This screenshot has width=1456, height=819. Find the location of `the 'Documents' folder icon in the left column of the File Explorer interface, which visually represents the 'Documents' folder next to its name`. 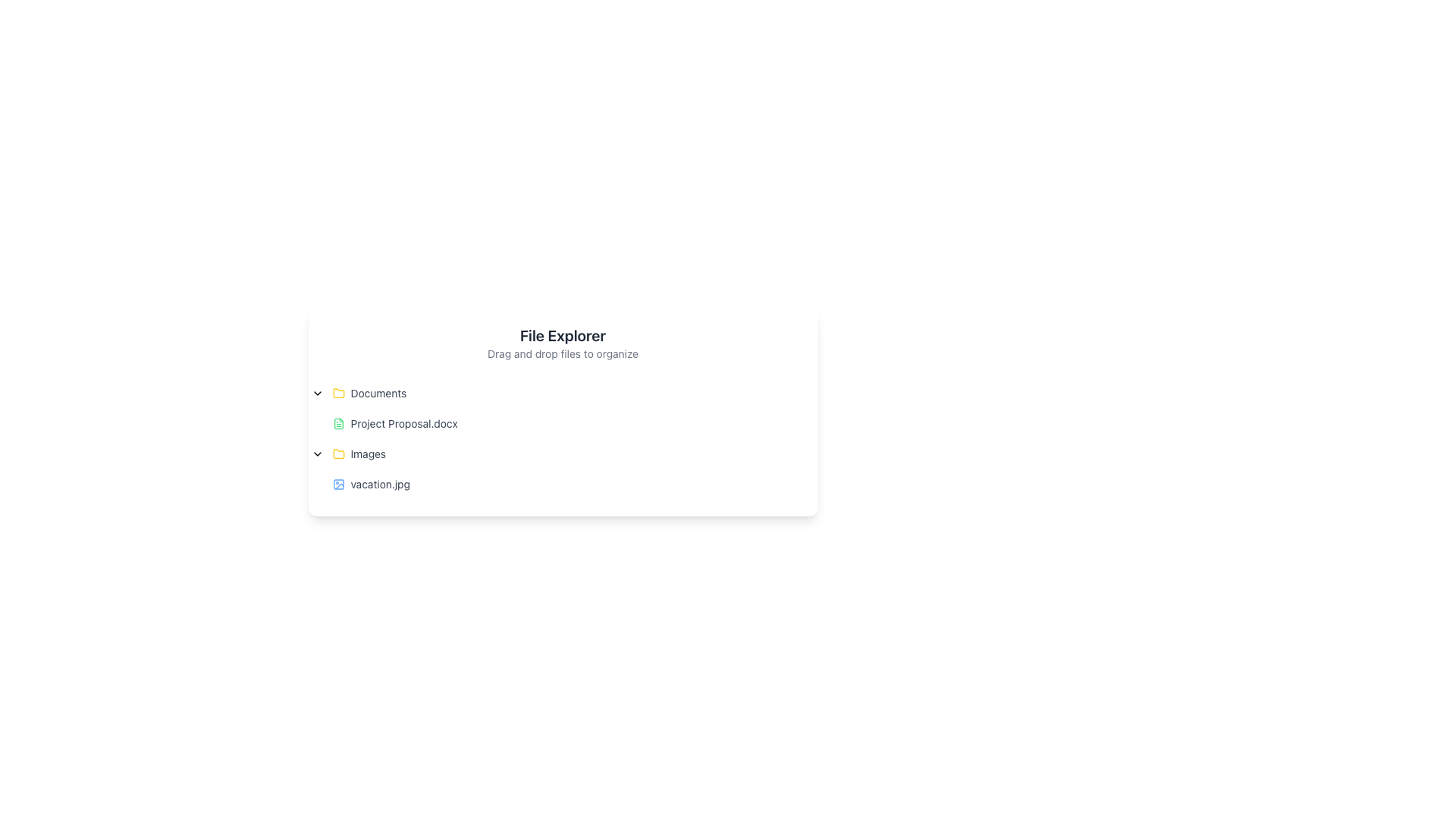

the 'Documents' folder icon in the left column of the File Explorer interface, which visually represents the 'Documents' folder next to its name is located at coordinates (337, 453).